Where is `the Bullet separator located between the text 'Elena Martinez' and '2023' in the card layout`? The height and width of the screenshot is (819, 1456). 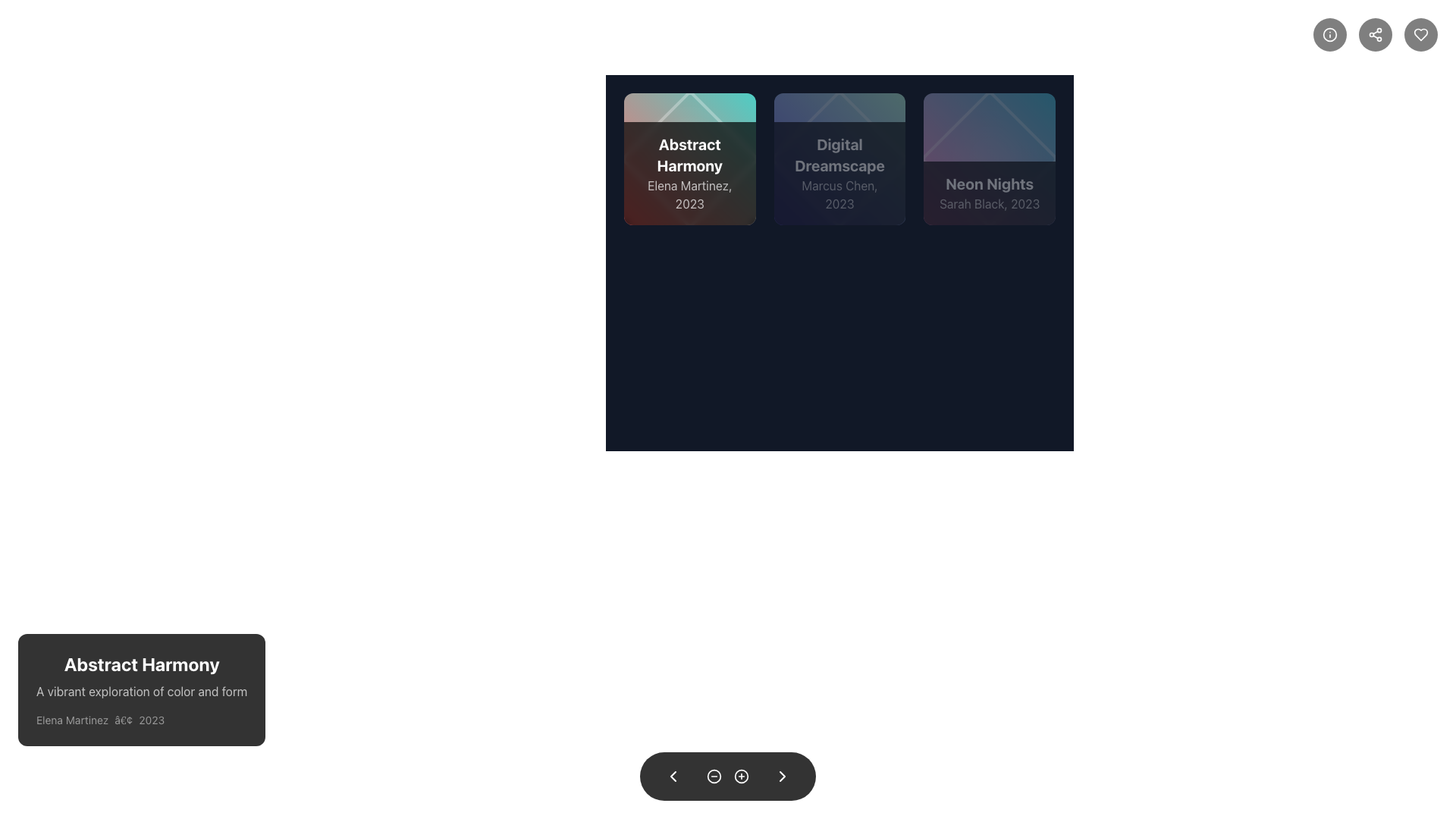
the Bullet separator located between the text 'Elena Martinez' and '2023' in the card layout is located at coordinates (124, 719).